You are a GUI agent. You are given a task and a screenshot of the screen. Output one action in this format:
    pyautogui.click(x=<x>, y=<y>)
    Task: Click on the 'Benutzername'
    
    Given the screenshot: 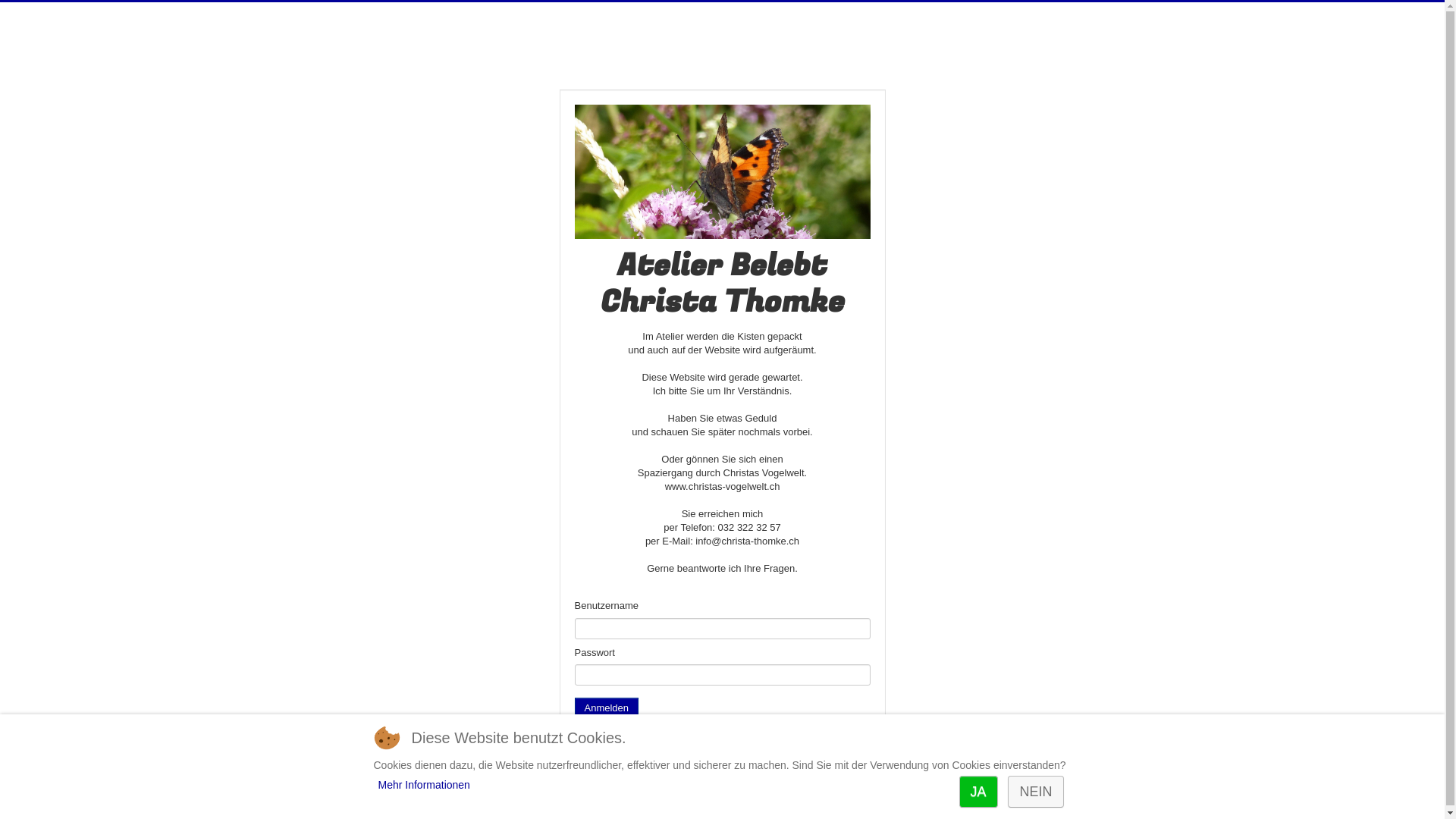 What is the action you would take?
    pyautogui.click(x=722, y=629)
    